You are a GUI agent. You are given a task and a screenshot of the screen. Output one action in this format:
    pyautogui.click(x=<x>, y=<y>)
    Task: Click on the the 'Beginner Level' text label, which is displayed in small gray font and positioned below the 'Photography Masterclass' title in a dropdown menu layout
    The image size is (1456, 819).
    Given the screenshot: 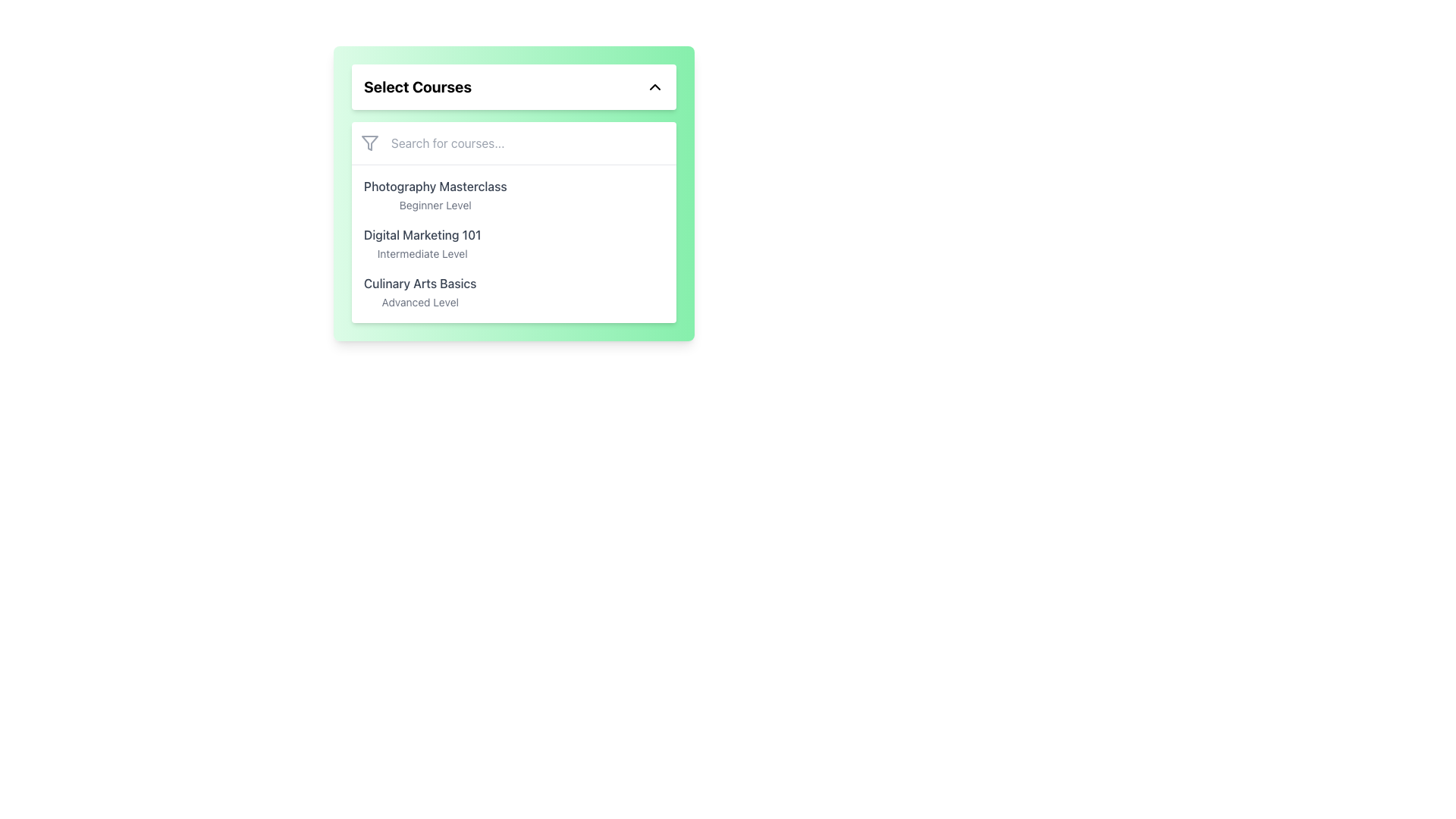 What is the action you would take?
    pyautogui.click(x=435, y=205)
    